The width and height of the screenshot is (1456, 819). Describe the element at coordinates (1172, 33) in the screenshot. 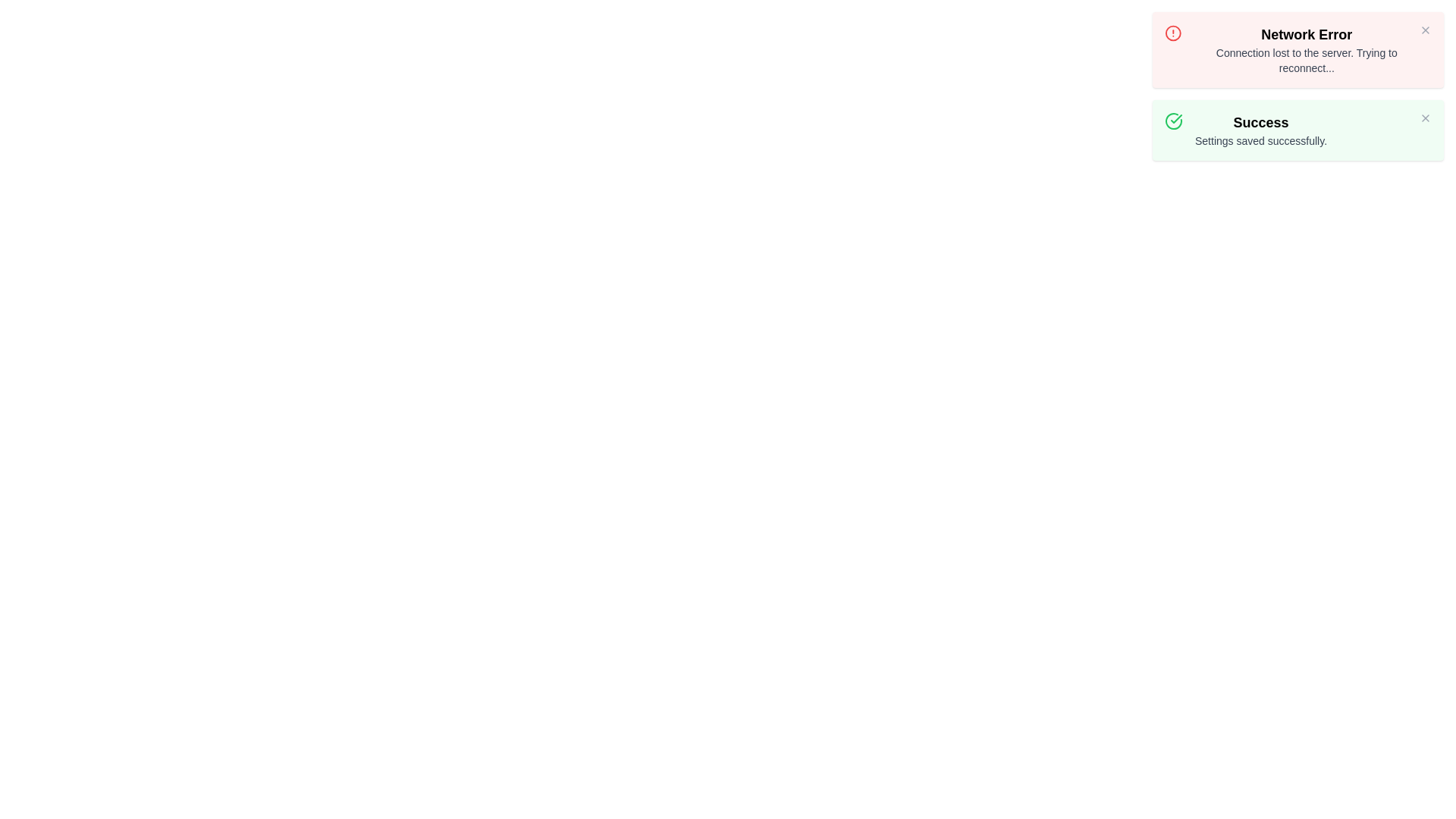

I see `the error/warning icon located at the top-left corner of the 'Network Error' panel, just before the text 'Network Error'` at that location.